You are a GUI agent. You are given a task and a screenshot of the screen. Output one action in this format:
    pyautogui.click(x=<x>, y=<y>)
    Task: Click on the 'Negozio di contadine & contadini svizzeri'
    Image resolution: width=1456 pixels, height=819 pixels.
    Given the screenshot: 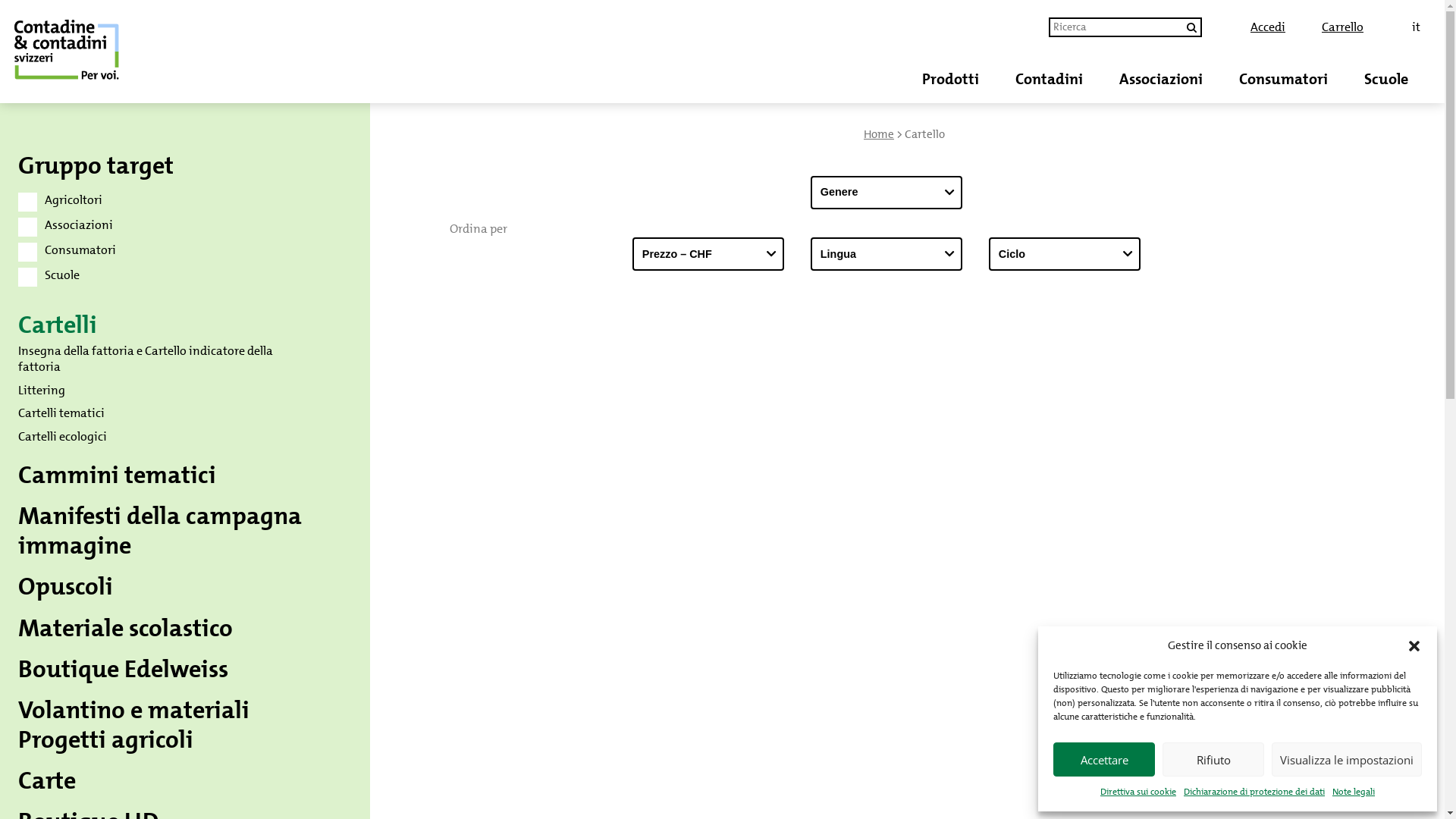 What is the action you would take?
    pyautogui.click(x=0, y=51)
    